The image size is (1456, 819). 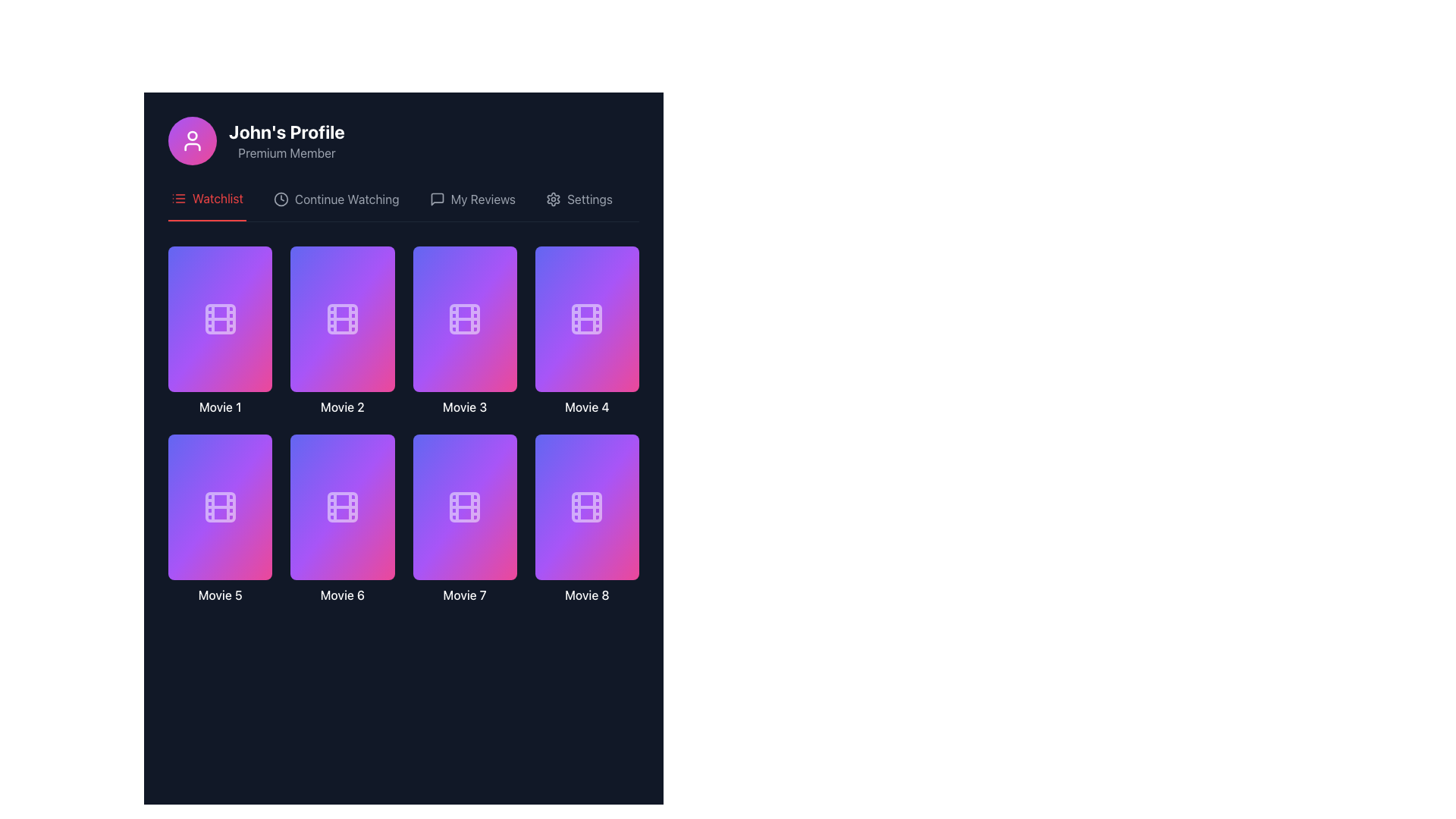 I want to click on the text label identifying the eighth movie in the series, positioned below the corresponding movie thumbnail and centered horizontally beneath it, so click(x=586, y=595).